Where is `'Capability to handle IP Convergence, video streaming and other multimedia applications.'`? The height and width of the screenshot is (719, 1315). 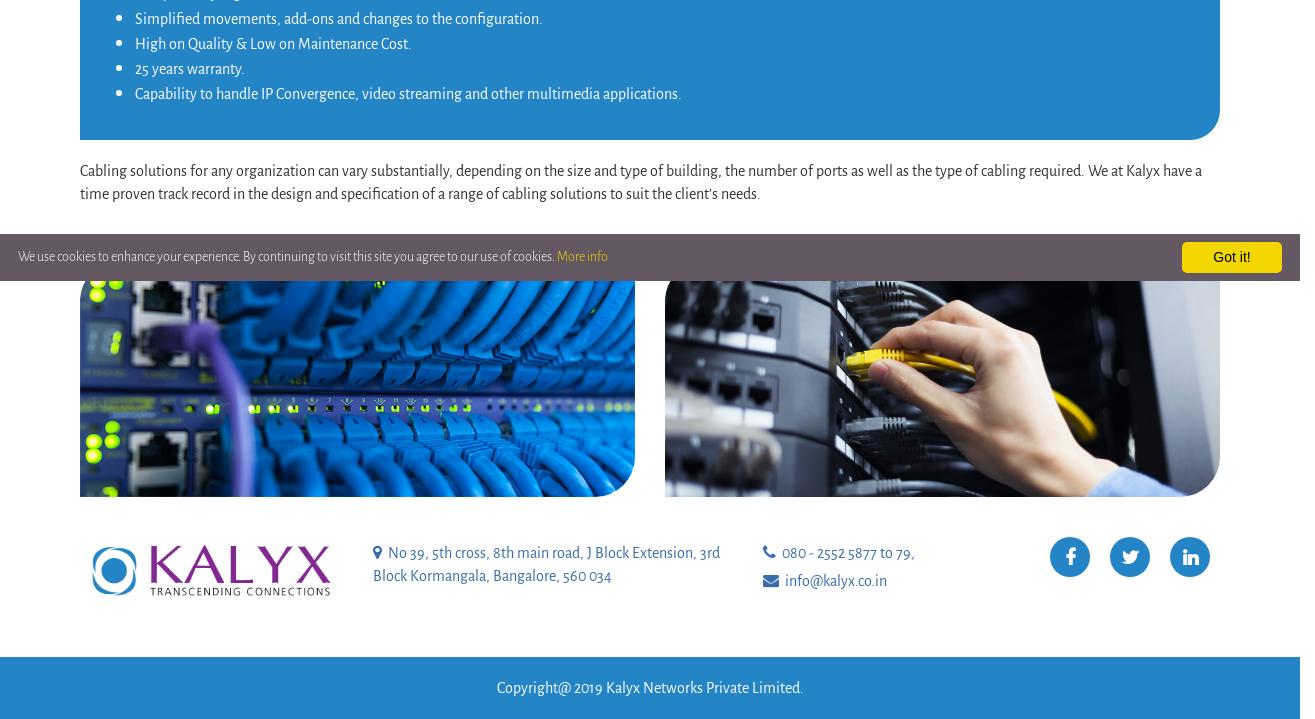
'Capability to handle IP Convergence, video streaming and other multimedia applications.' is located at coordinates (408, 93).